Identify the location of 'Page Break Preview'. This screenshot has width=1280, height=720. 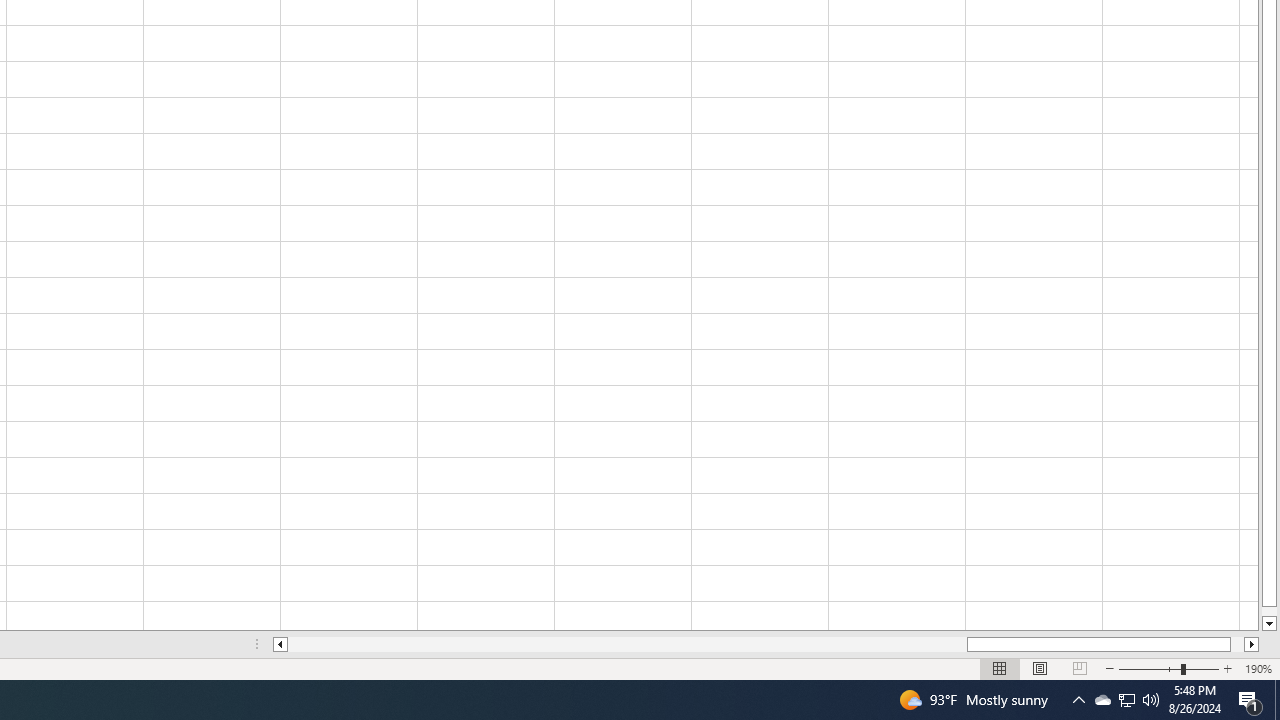
(1078, 669).